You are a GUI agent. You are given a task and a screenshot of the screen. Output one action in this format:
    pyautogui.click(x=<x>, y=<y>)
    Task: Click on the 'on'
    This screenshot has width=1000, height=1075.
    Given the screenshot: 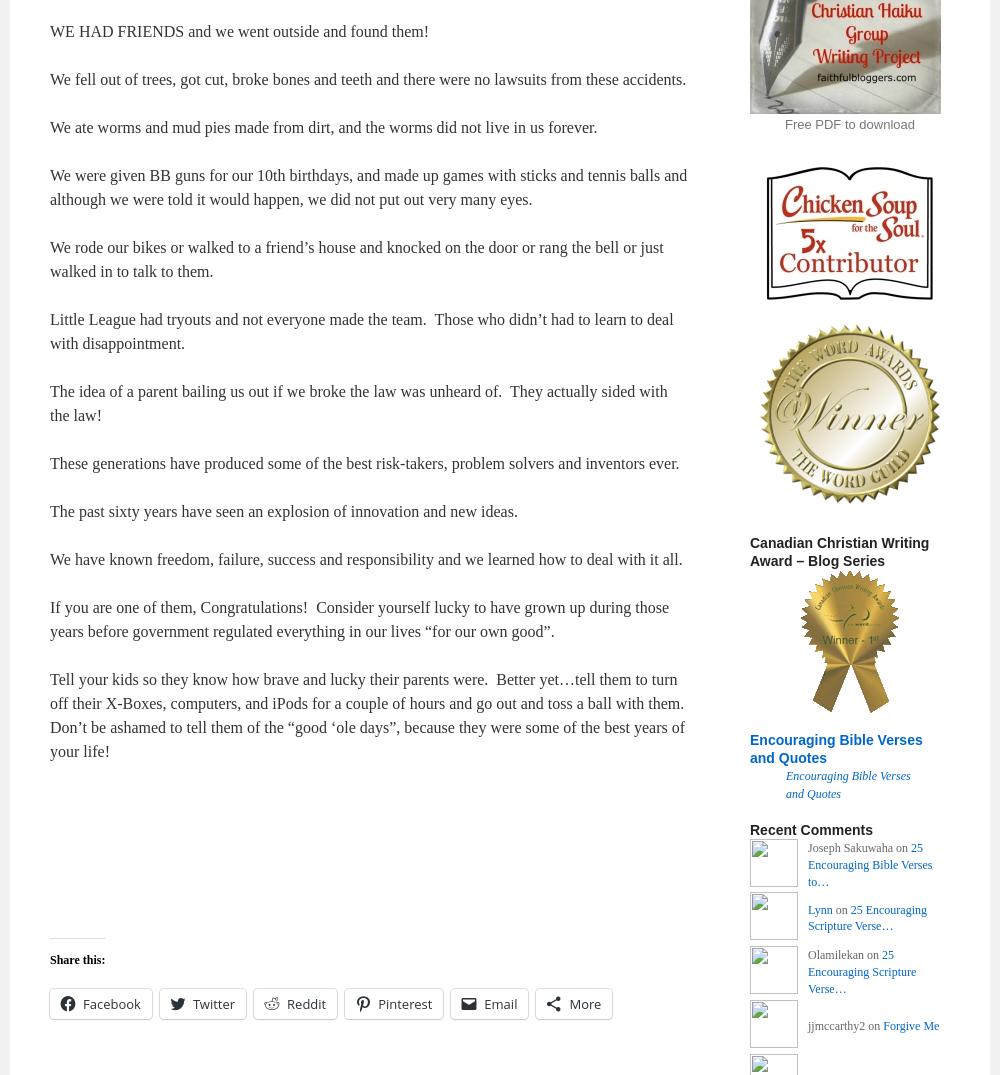 What is the action you would take?
    pyautogui.click(x=840, y=908)
    